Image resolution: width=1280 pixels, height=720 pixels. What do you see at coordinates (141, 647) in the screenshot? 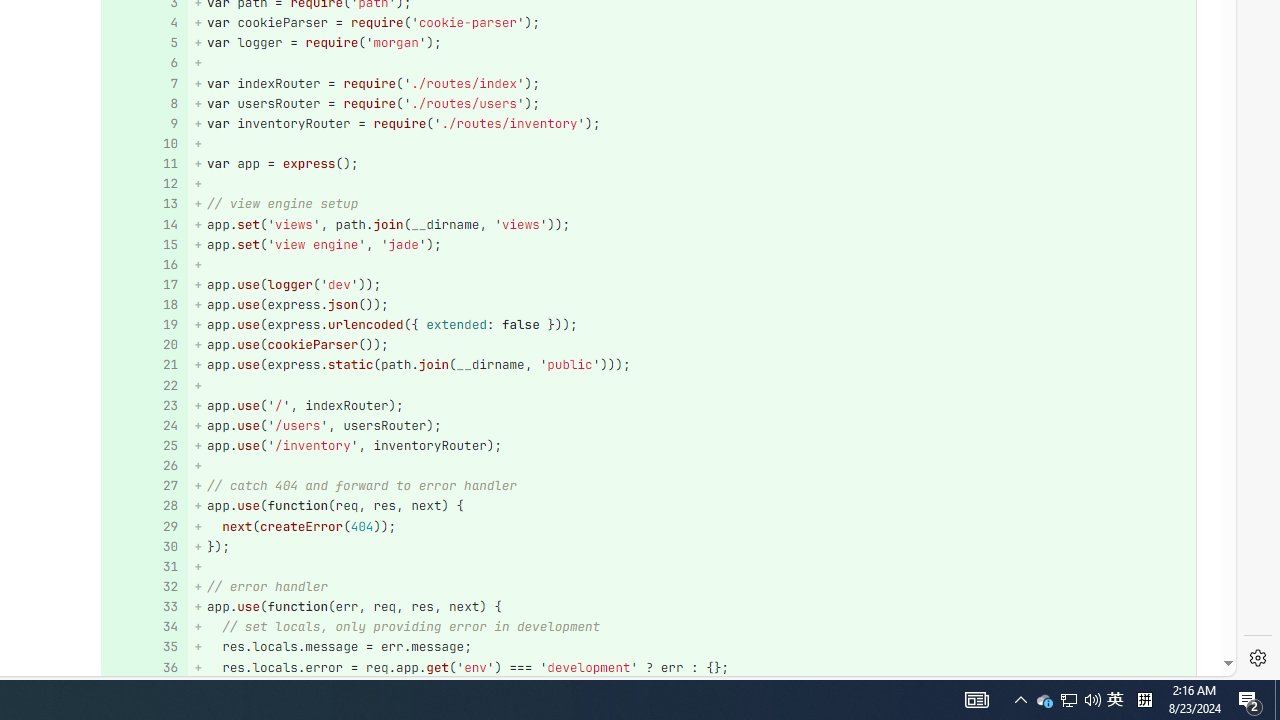
I see `'35'` at bounding box center [141, 647].